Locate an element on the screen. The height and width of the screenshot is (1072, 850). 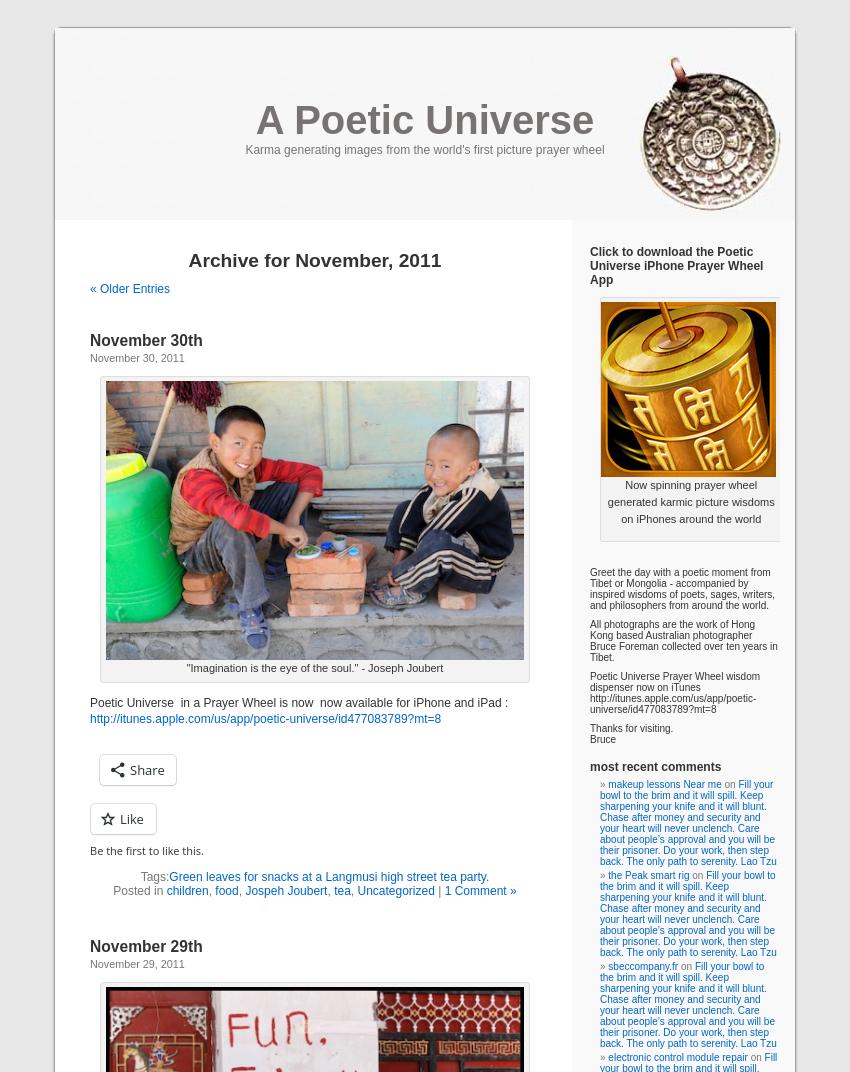
'children' is located at coordinates (186, 891).